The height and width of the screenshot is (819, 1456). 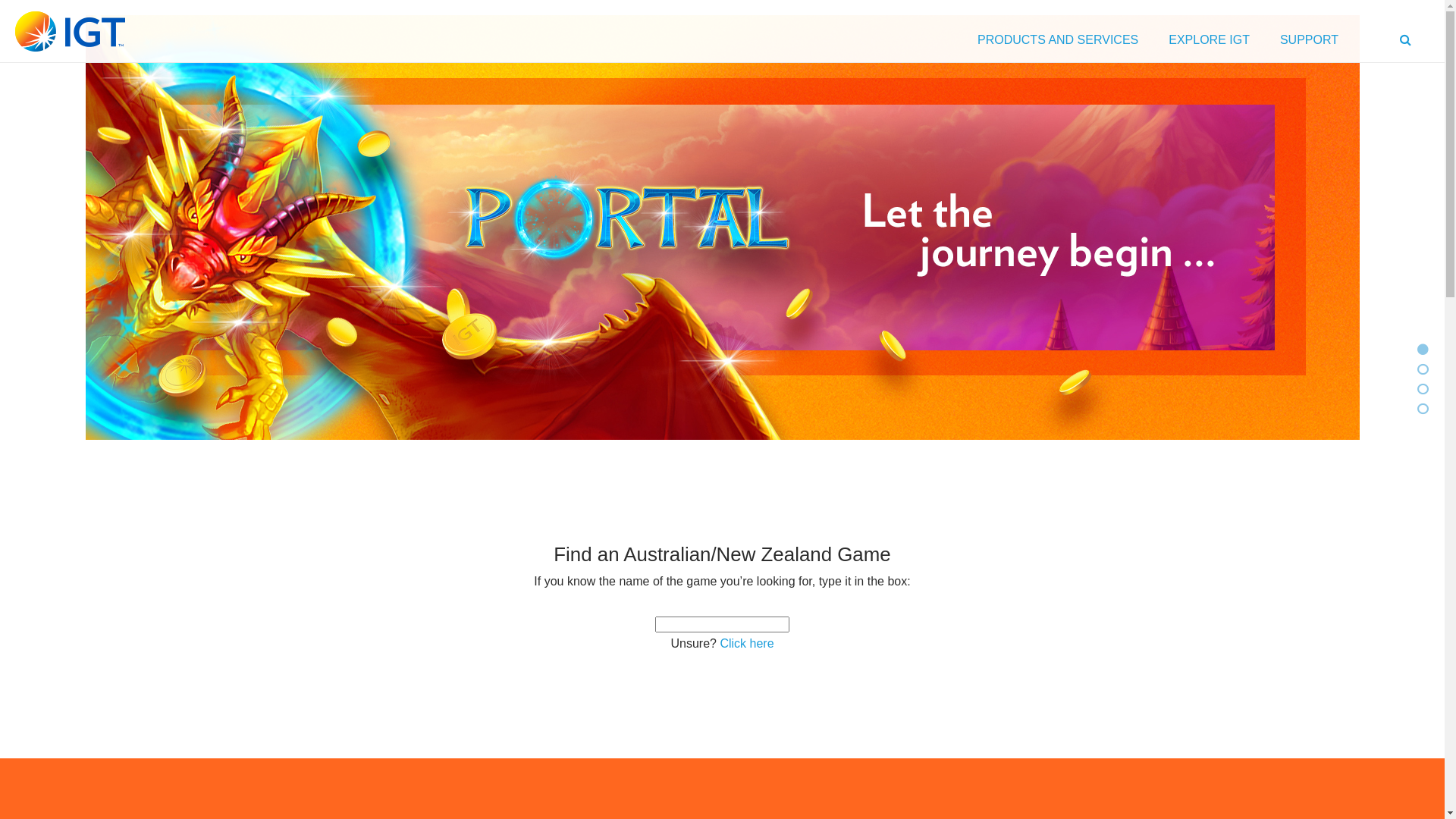 I want to click on ' ', so click(x=1406, y=42).